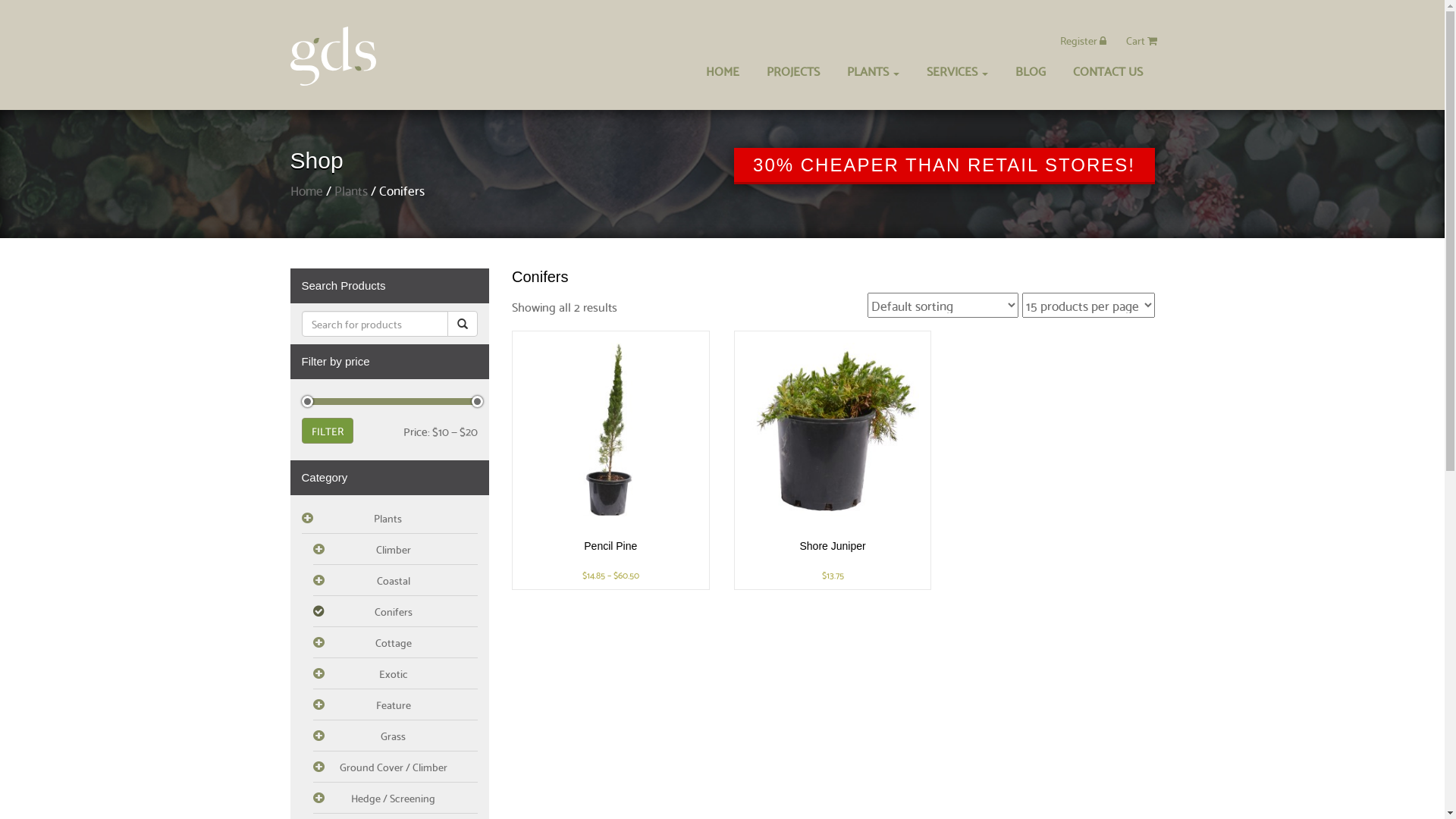 This screenshot has height=819, width=1456. I want to click on 'Shore Juniper, so click(832, 459).